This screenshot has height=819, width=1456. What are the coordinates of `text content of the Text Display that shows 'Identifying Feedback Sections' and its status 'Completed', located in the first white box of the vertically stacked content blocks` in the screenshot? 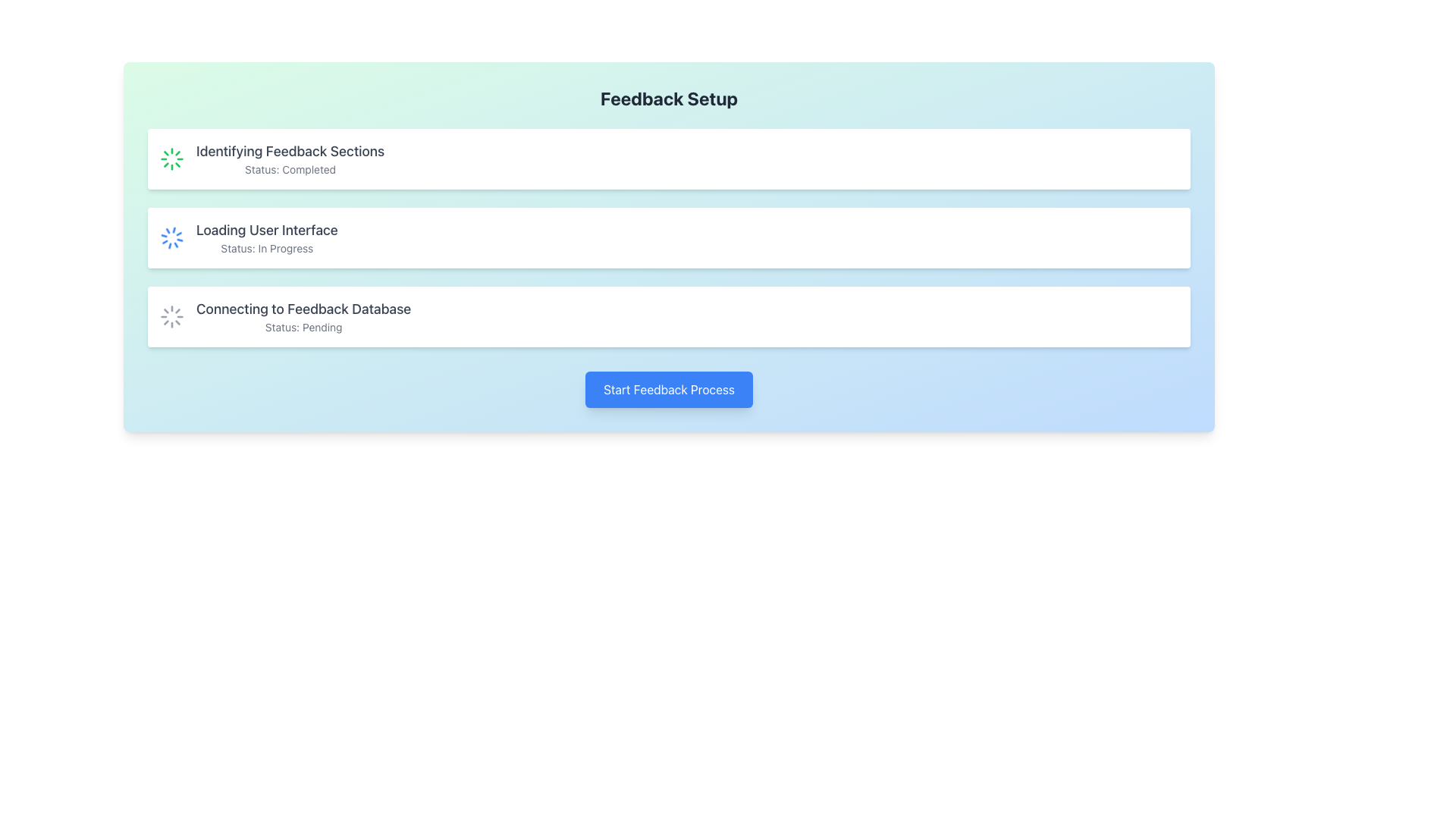 It's located at (290, 158).